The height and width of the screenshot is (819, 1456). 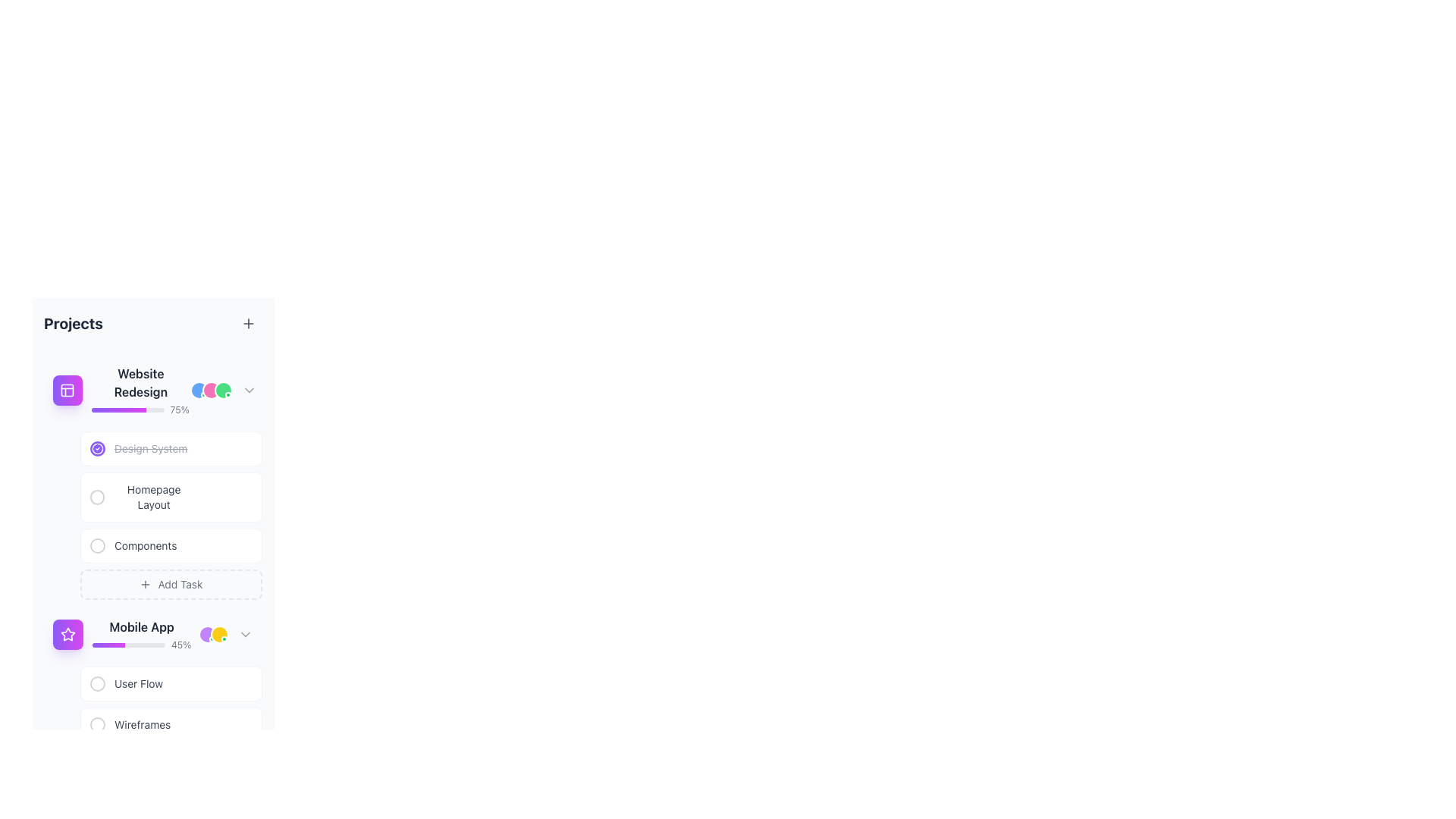 What do you see at coordinates (171, 497) in the screenshot?
I see `the 'Homepage Layout' list item, which is the second item in the 'Website Redesign' project section` at bounding box center [171, 497].